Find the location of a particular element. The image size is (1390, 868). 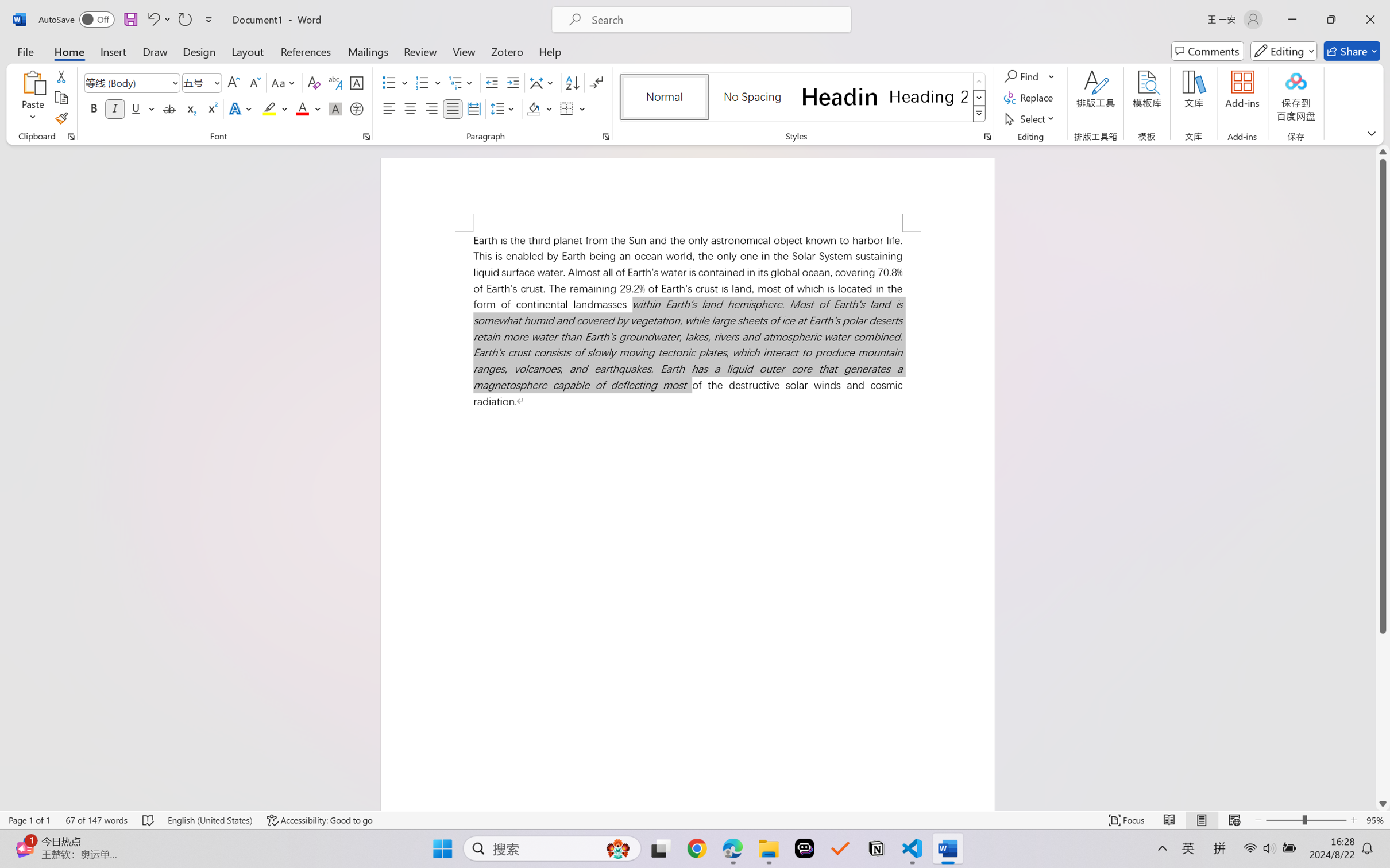

'Character Shading' is located at coordinates (334, 108).